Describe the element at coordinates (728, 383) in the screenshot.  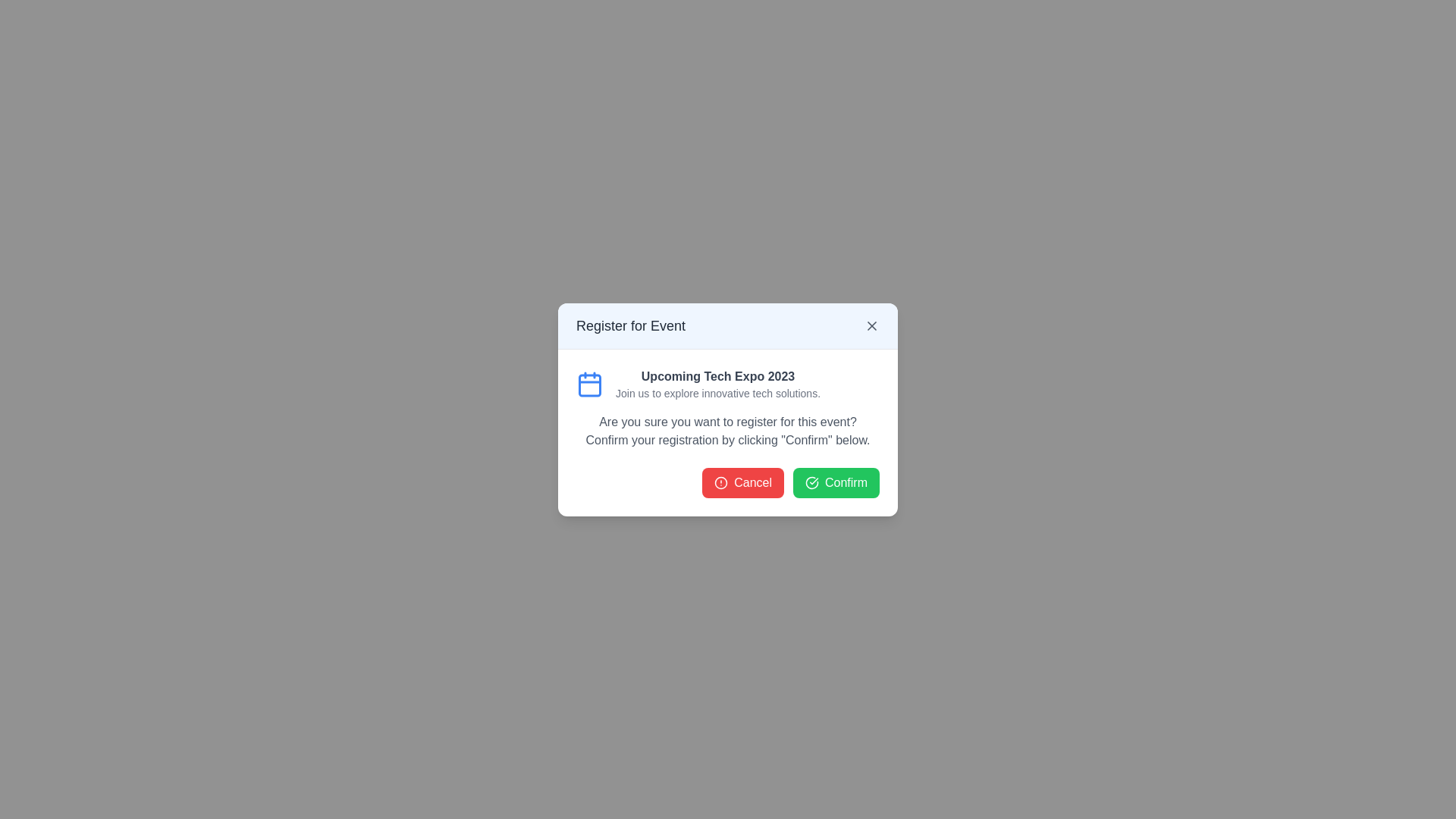
I see `the informational banner titled 'Upcoming Tech Expo 2023' that includes a blue calendar icon and descriptive text, located within the modal box under the title 'Register for Event'` at that location.